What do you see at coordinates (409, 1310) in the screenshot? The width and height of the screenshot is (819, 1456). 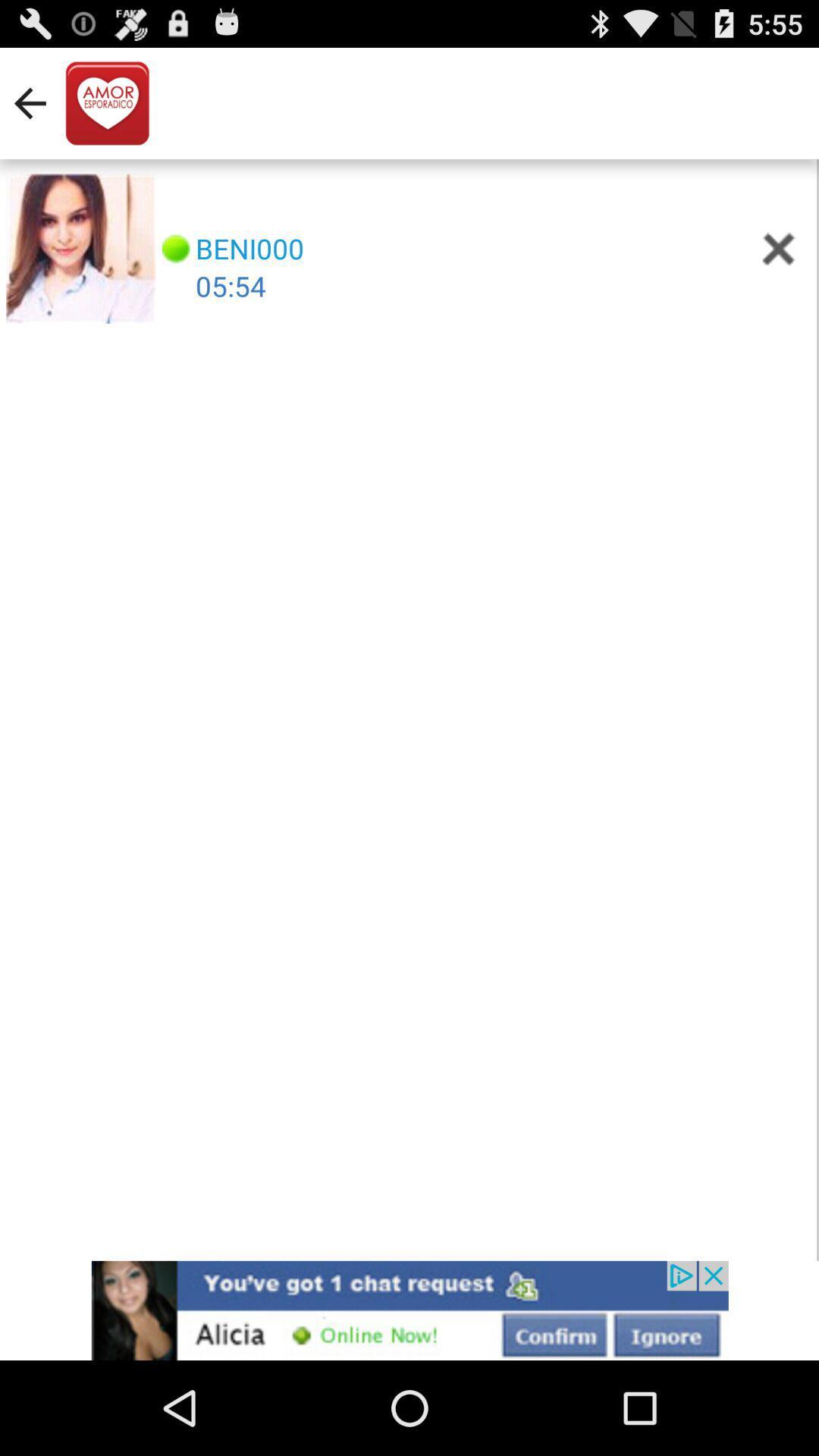 I see `details about advertisement` at bounding box center [409, 1310].